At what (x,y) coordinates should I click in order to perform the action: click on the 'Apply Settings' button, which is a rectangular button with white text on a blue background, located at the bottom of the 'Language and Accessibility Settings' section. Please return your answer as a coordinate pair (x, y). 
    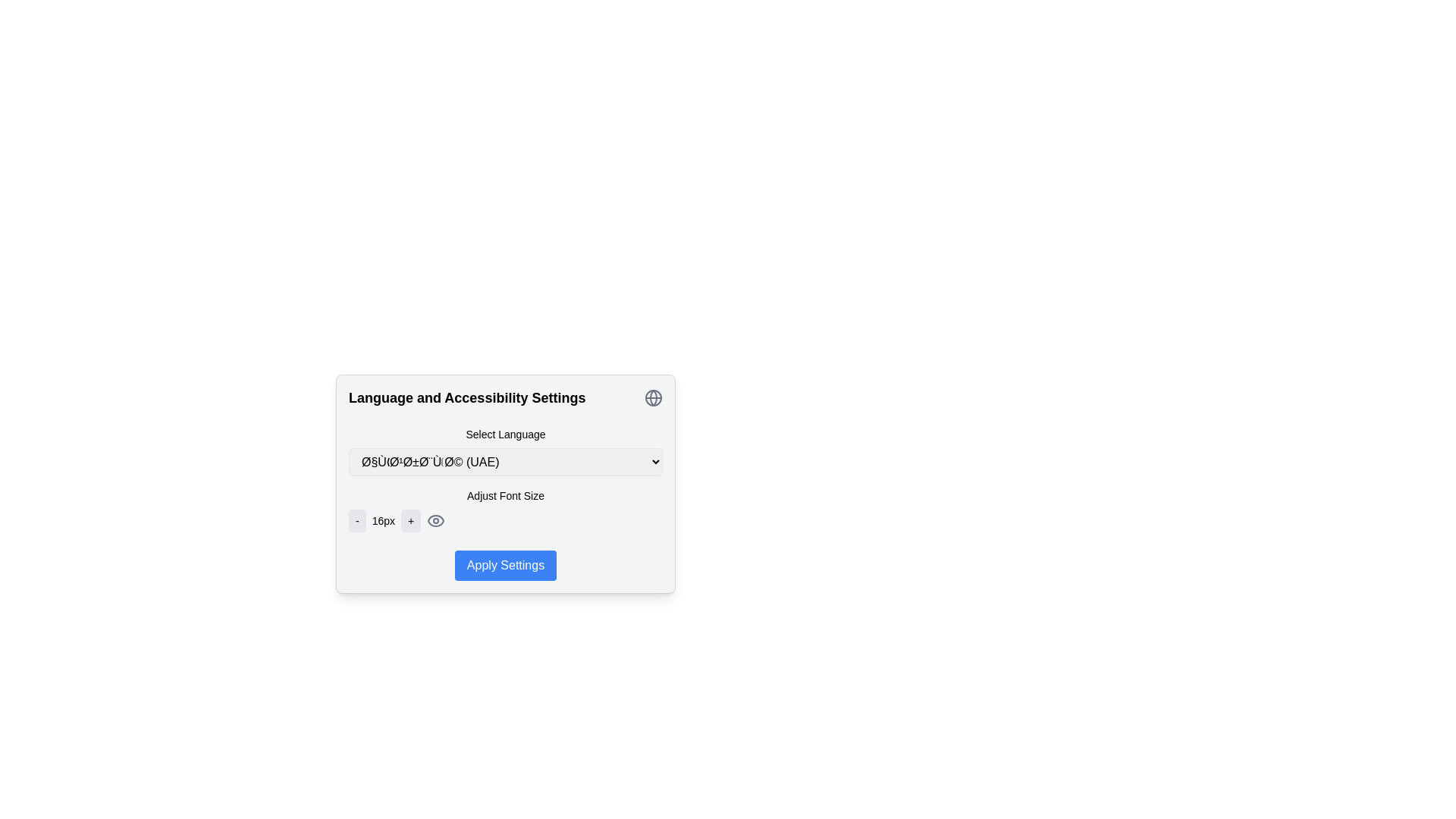
    Looking at the image, I should click on (506, 565).